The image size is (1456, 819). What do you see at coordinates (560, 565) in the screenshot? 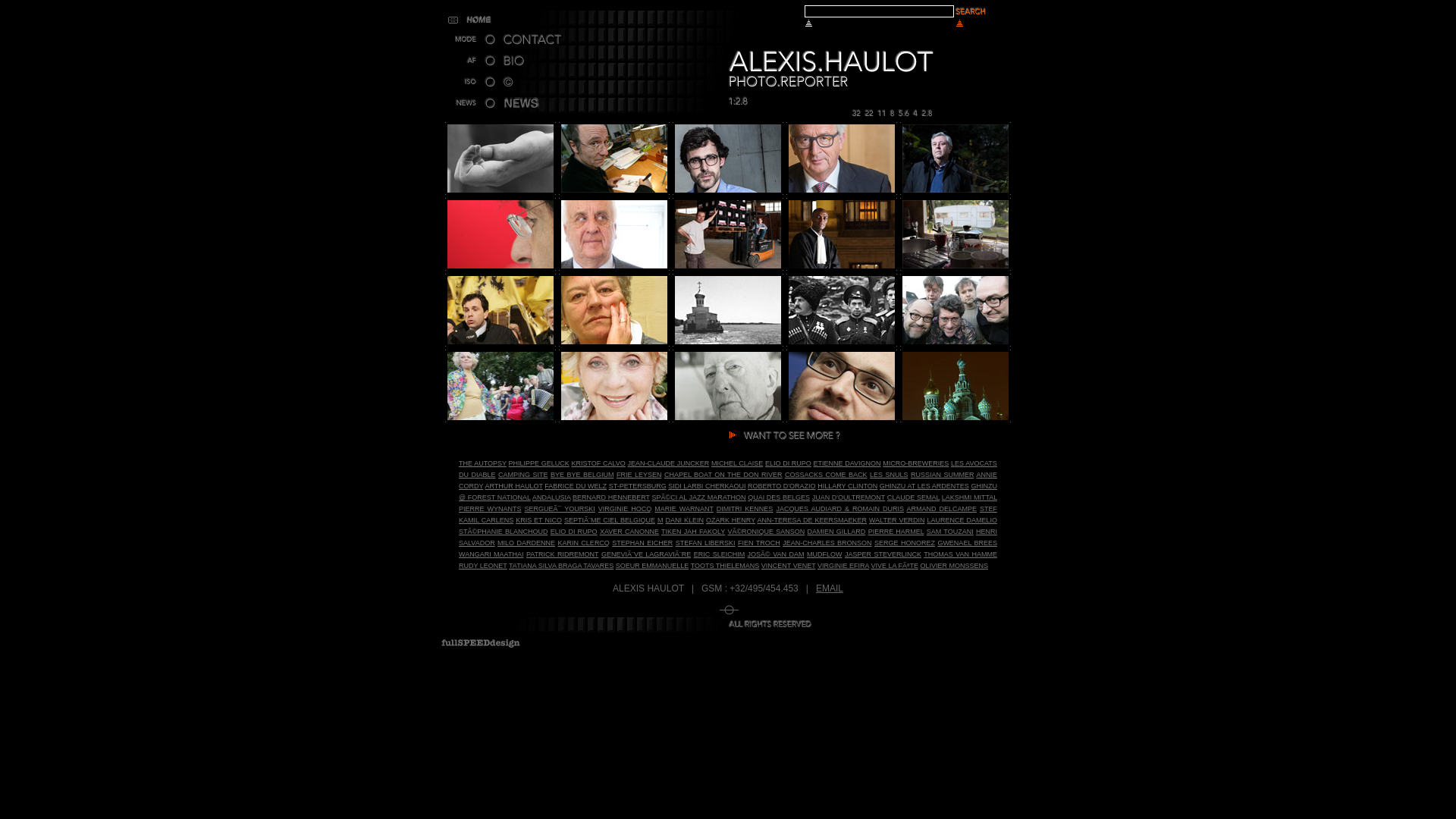
I see `'TATIANA SILVA BRAGA TAVARES'` at bounding box center [560, 565].